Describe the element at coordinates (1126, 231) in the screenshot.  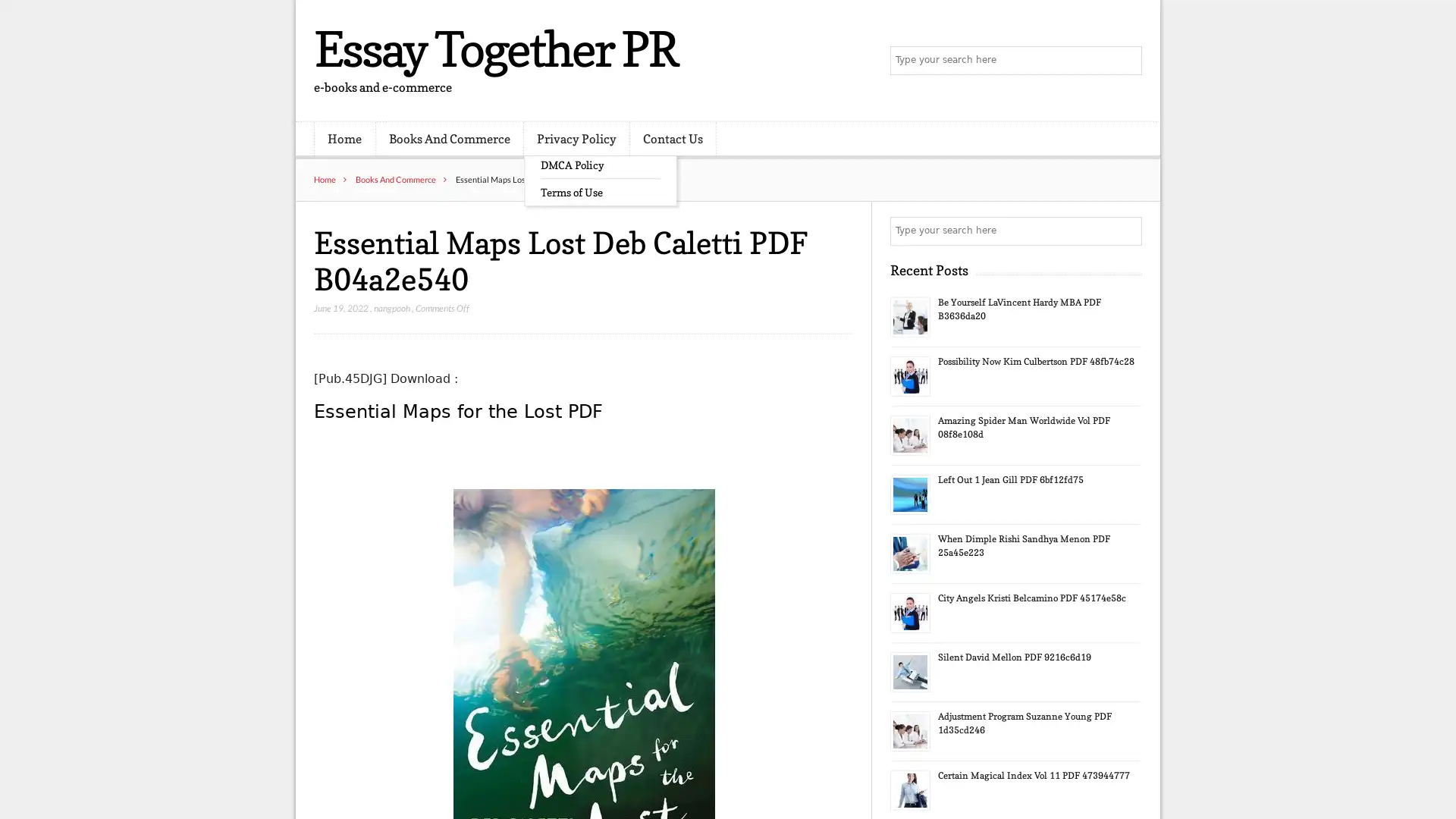
I see `Search` at that location.